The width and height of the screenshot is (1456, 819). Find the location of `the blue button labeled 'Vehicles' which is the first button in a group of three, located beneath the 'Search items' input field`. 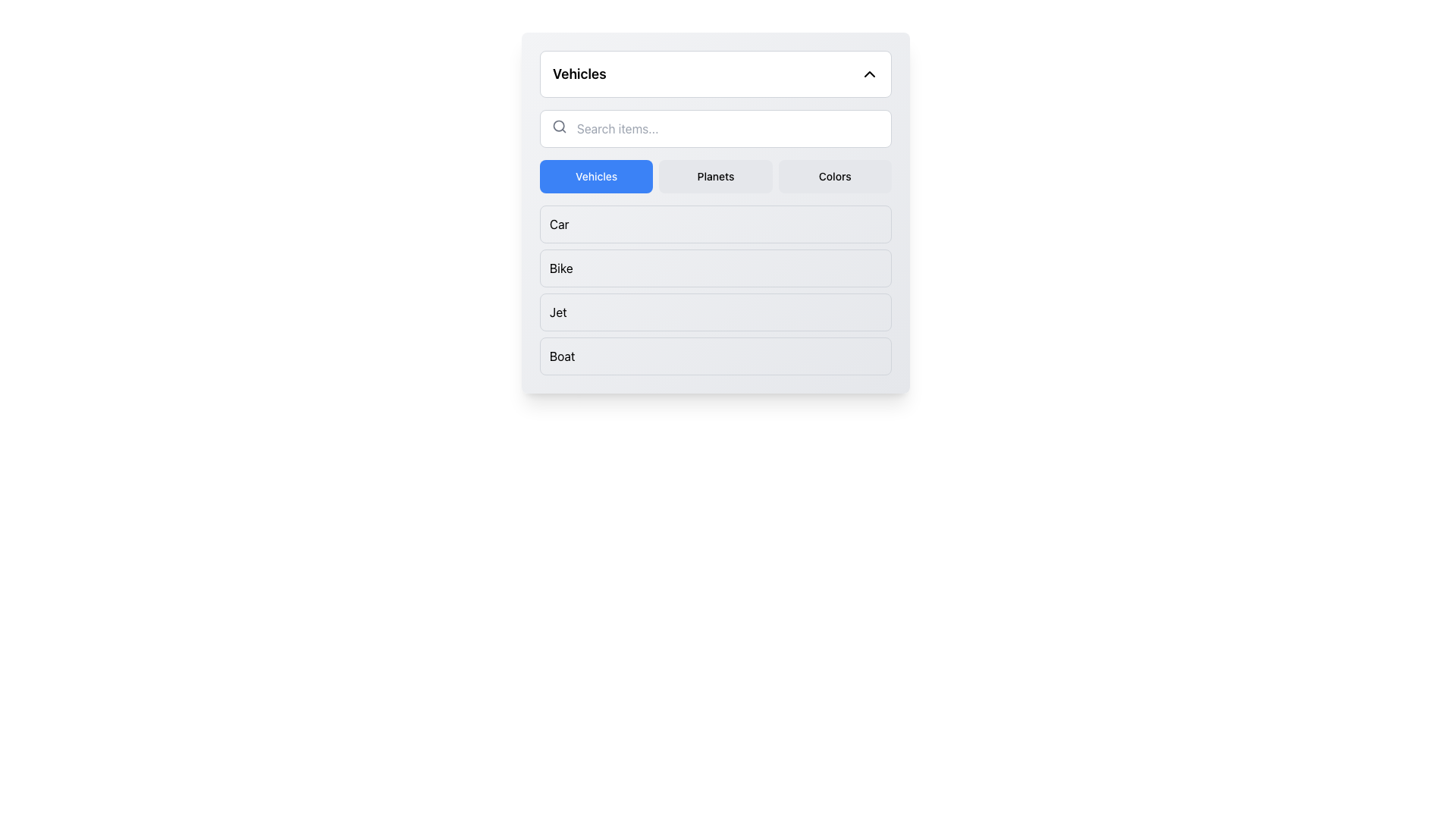

the blue button labeled 'Vehicles' which is the first button in a group of three, located beneath the 'Search items' input field is located at coordinates (595, 175).